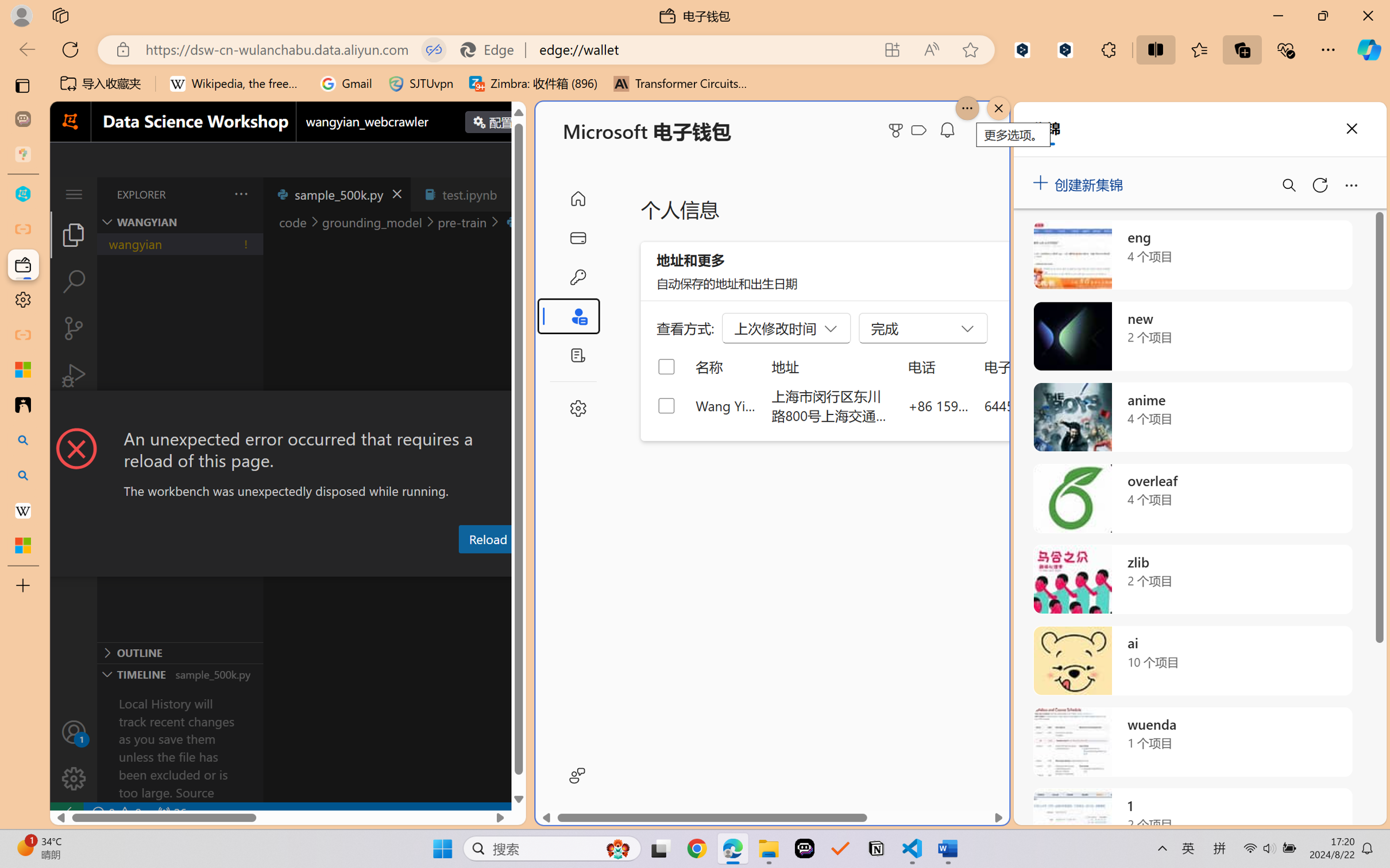 This screenshot has height=868, width=1390. What do you see at coordinates (898, 130) in the screenshot?
I see `'Microsoft Rewards'` at bounding box center [898, 130].